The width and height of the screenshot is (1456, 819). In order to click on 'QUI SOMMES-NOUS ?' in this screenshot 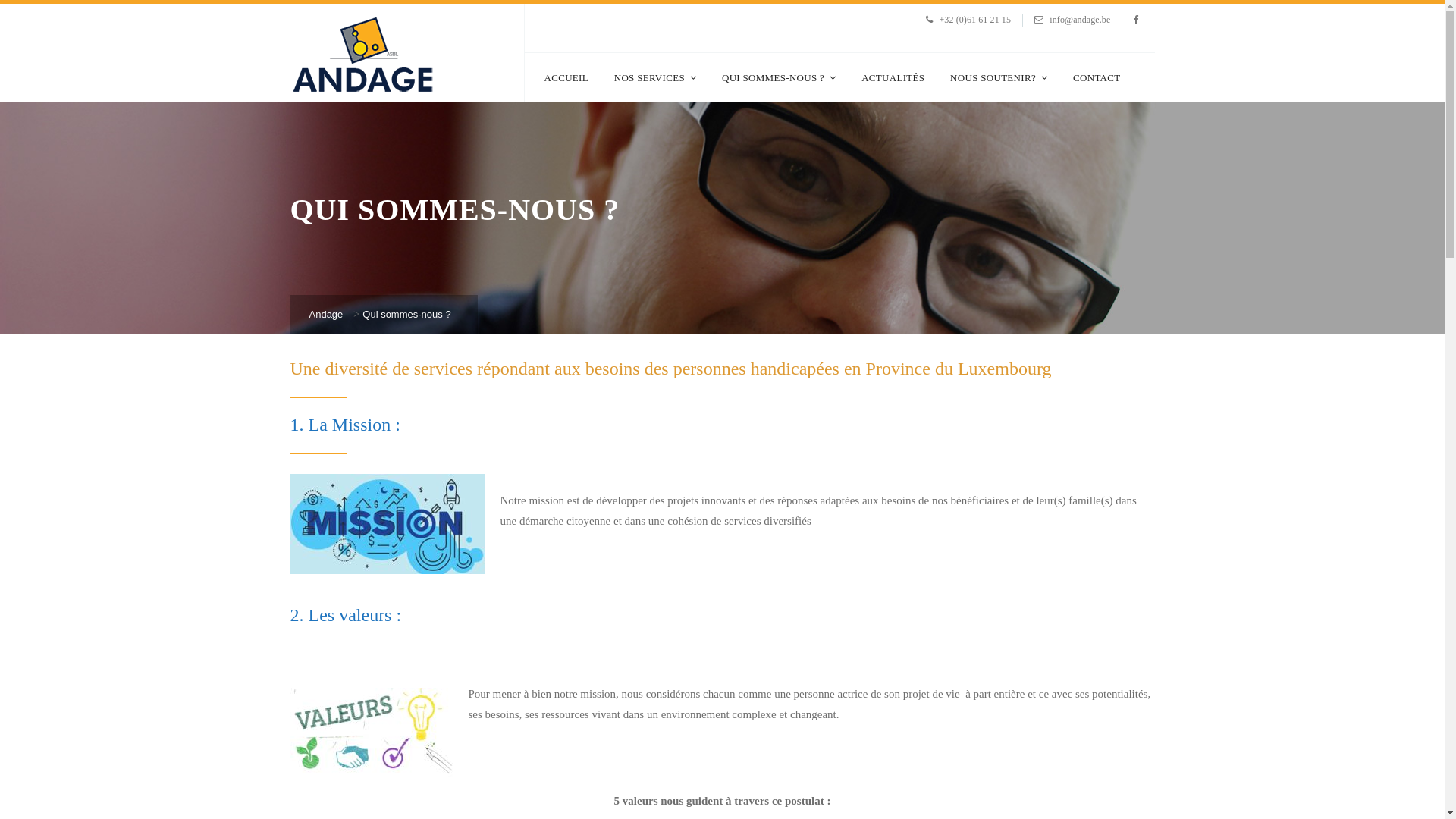, I will do `click(779, 77)`.